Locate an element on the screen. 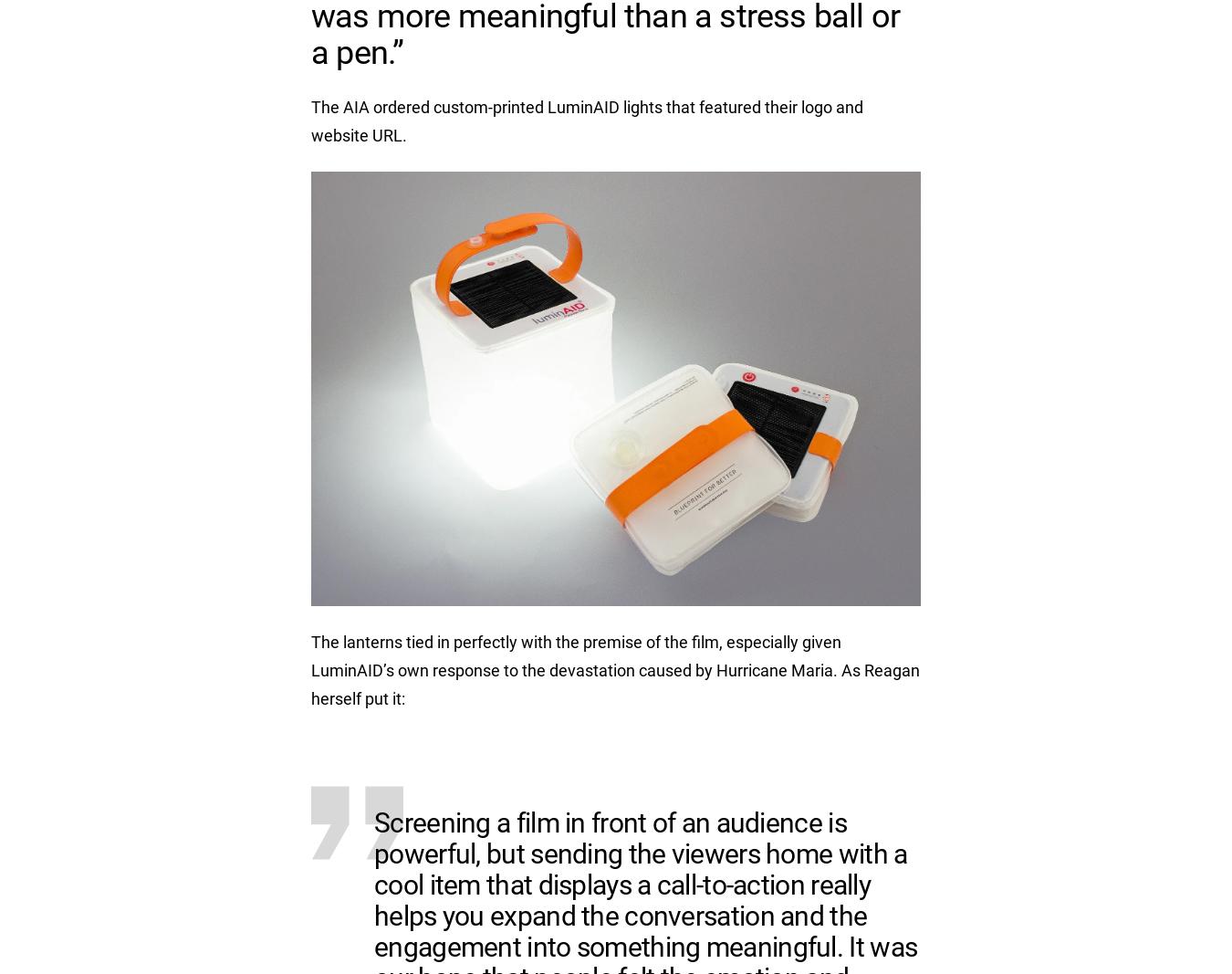 This screenshot has height=974, width=1232. 'response' is located at coordinates (467, 668).